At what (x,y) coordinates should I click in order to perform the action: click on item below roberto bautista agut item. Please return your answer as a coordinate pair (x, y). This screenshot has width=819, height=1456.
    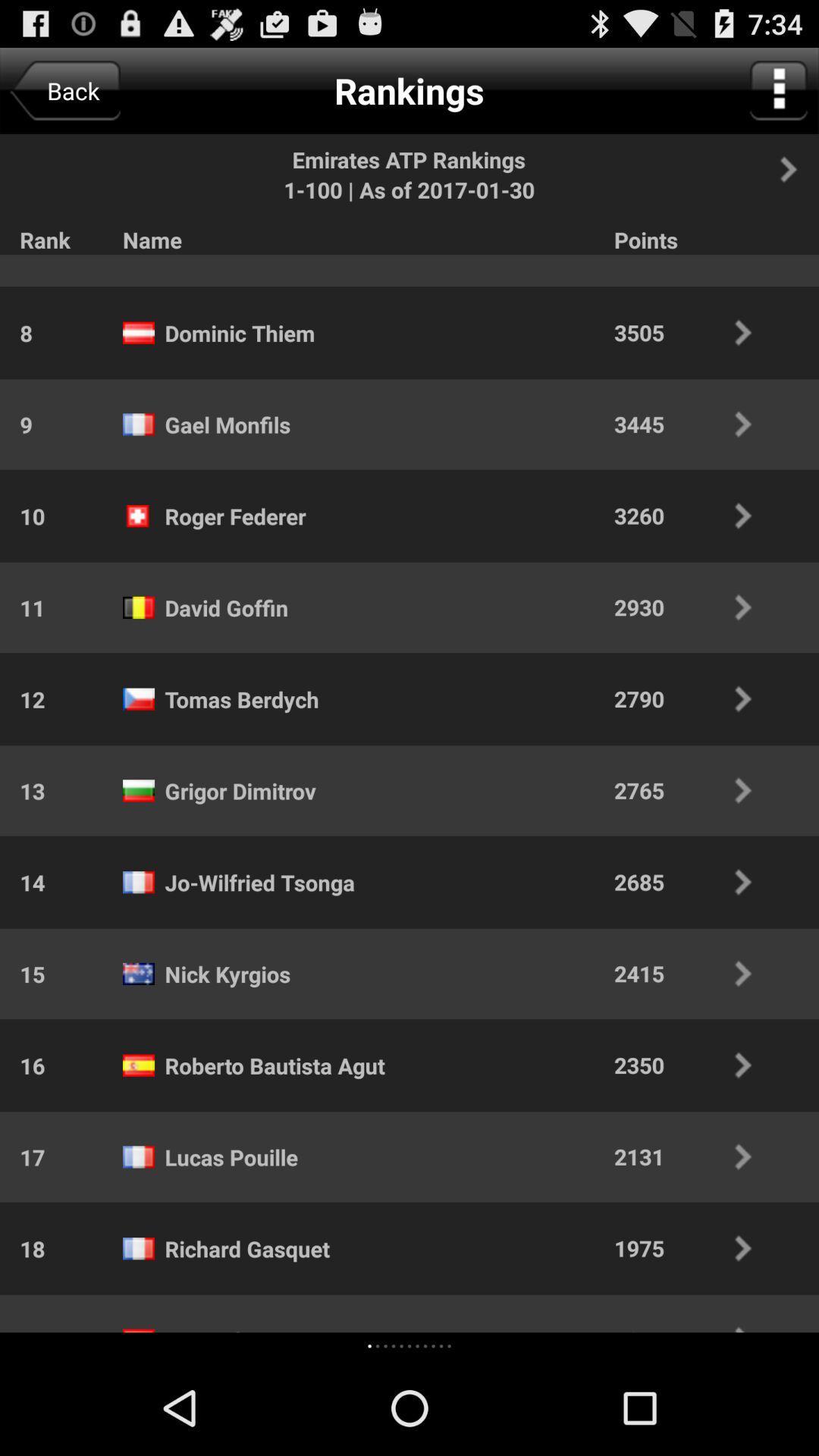
    Looking at the image, I should click on (393, 1346).